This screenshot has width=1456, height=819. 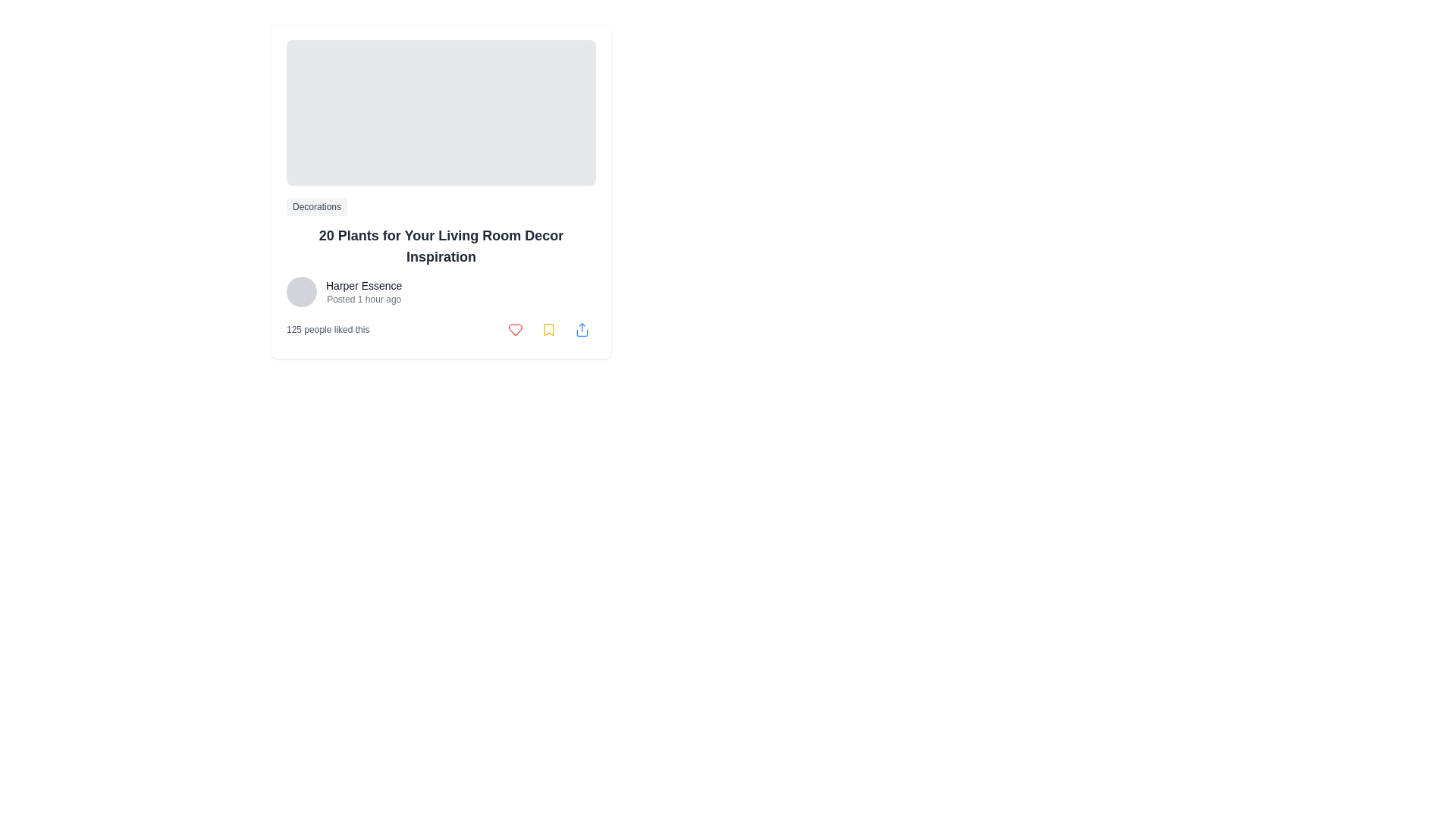 What do you see at coordinates (548, 329) in the screenshot?
I see `the bookmark button, which is the second circular button in the group below the main card's content` at bounding box center [548, 329].